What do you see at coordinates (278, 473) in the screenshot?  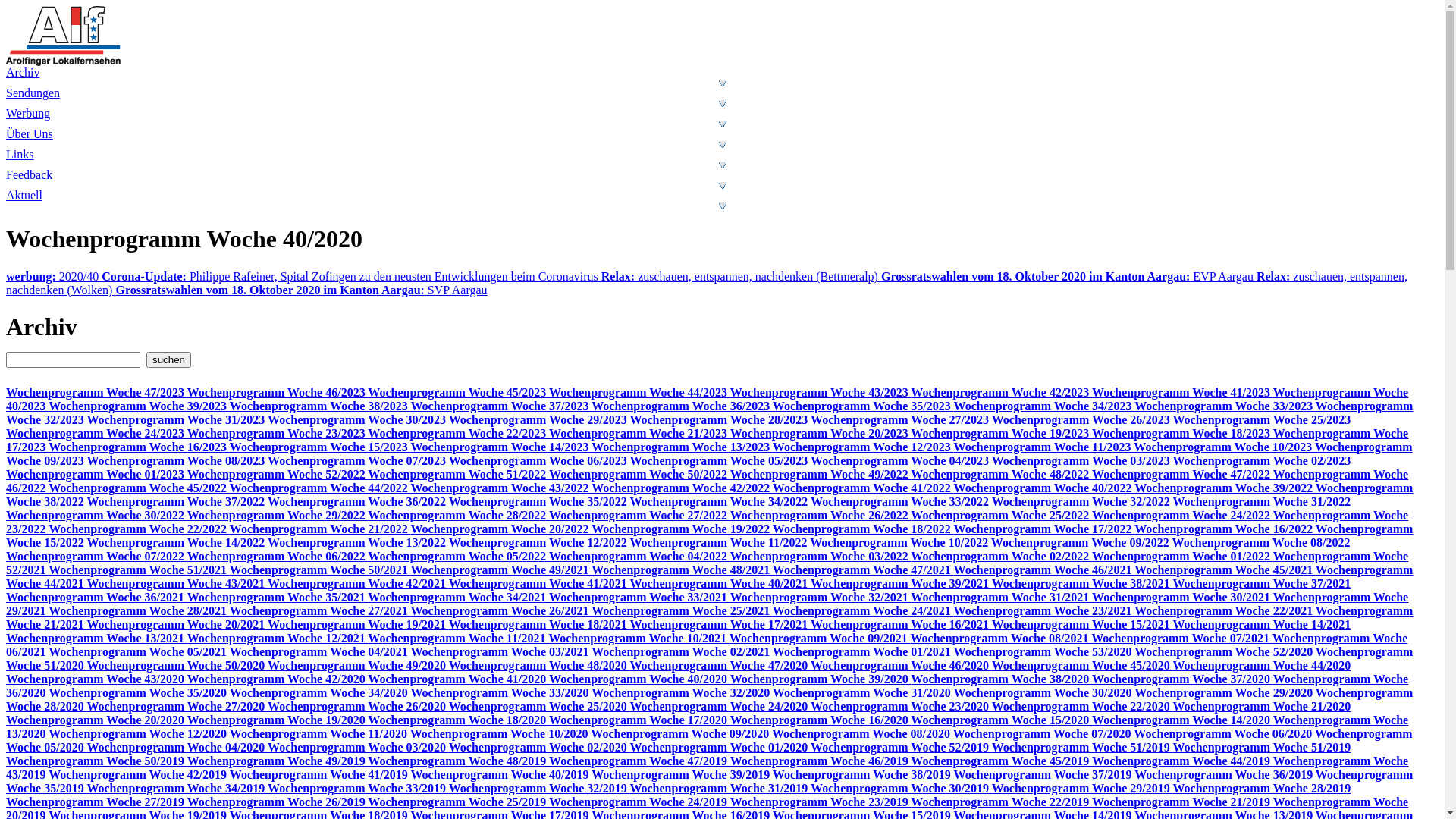 I see `'Wochenprogramm Woche 52/2022'` at bounding box center [278, 473].